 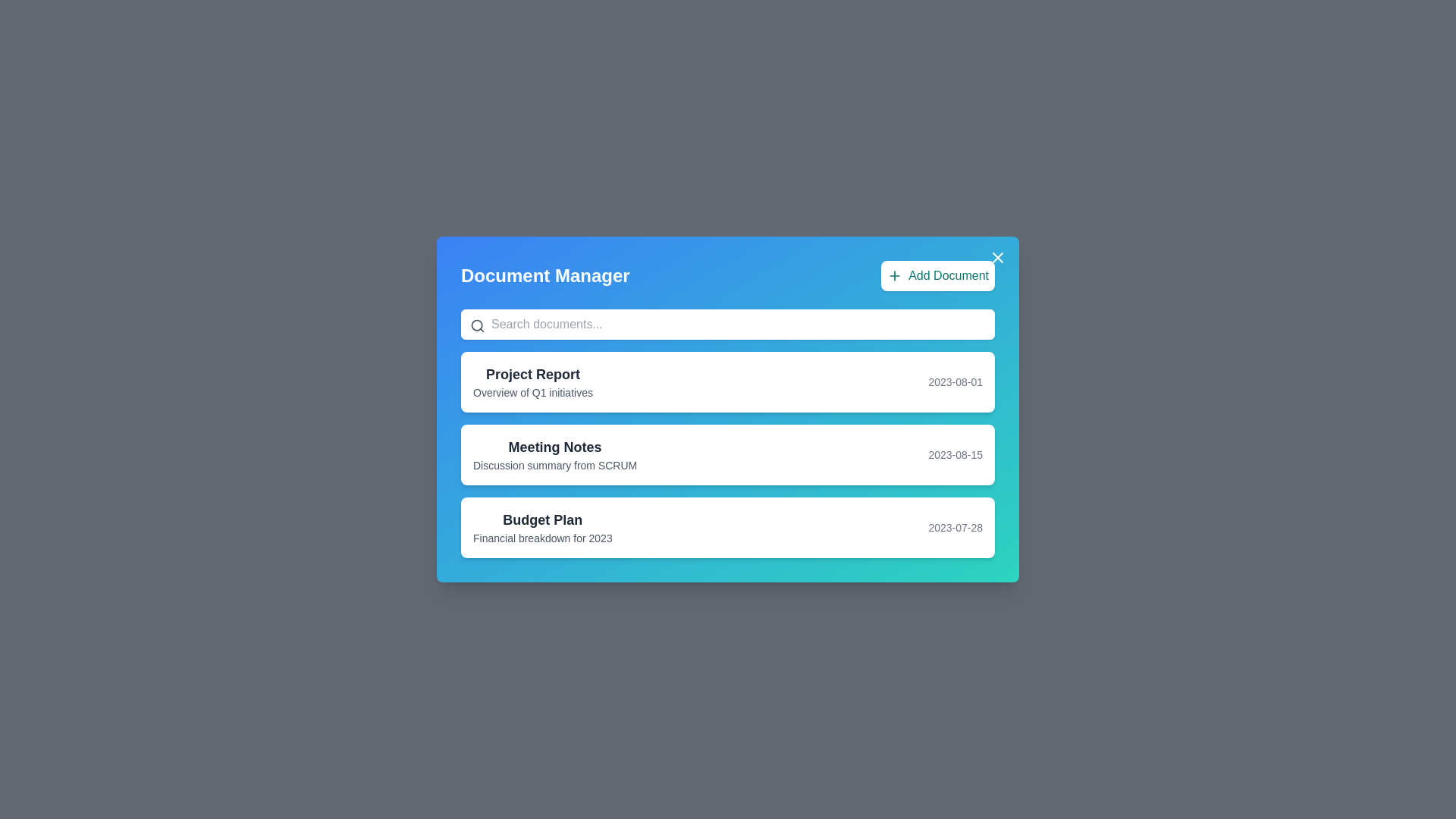 What do you see at coordinates (937, 275) in the screenshot?
I see `'Add Document' button to initiate the addition of a new document` at bounding box center [937, 275].